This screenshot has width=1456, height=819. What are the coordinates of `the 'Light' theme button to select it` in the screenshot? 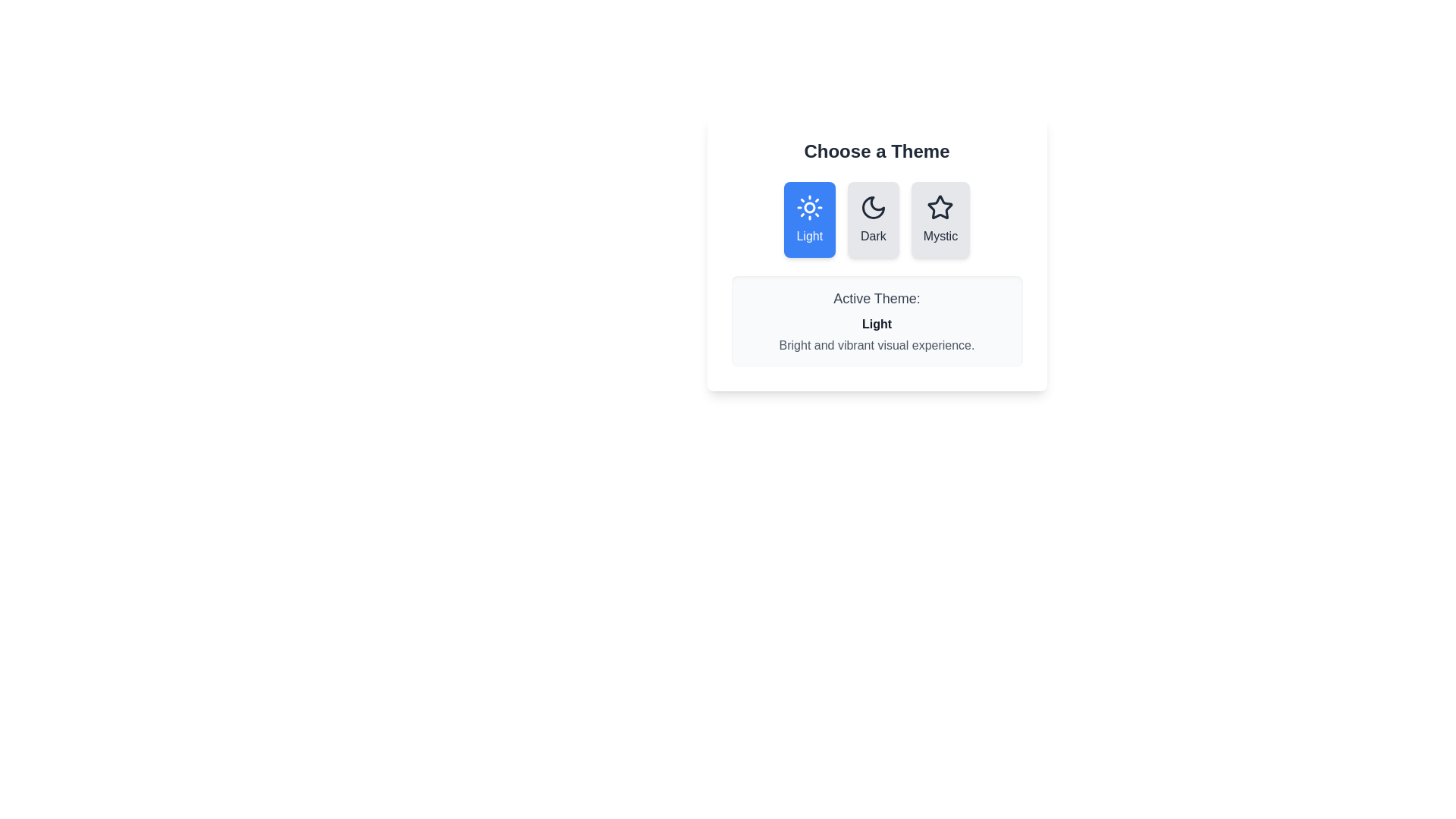 It's located at (808, 219).